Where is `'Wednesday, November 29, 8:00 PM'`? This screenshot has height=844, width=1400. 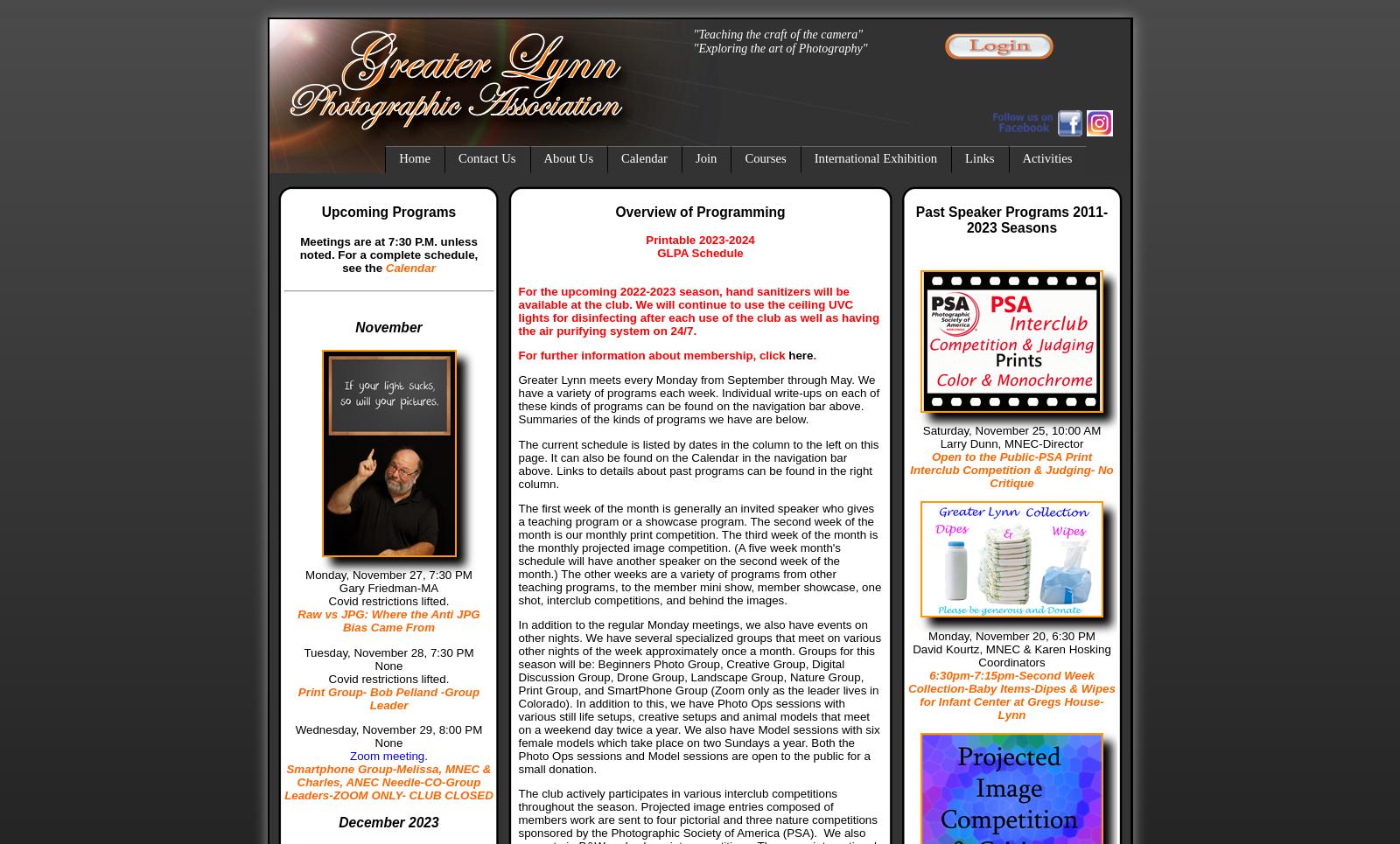 'Wednesday, November 29, 8:00 PM' is located at coordinates (388, 728).